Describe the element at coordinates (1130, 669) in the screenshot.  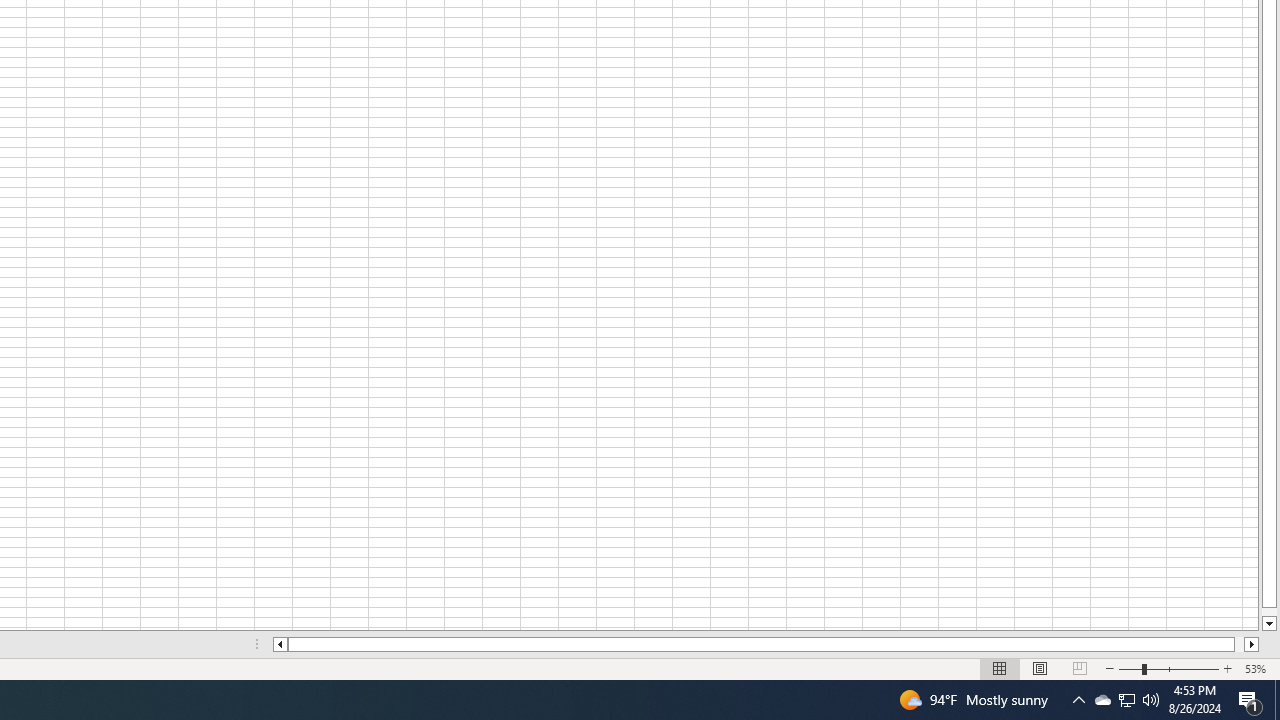
I see `'Zoom Out'` at that location.